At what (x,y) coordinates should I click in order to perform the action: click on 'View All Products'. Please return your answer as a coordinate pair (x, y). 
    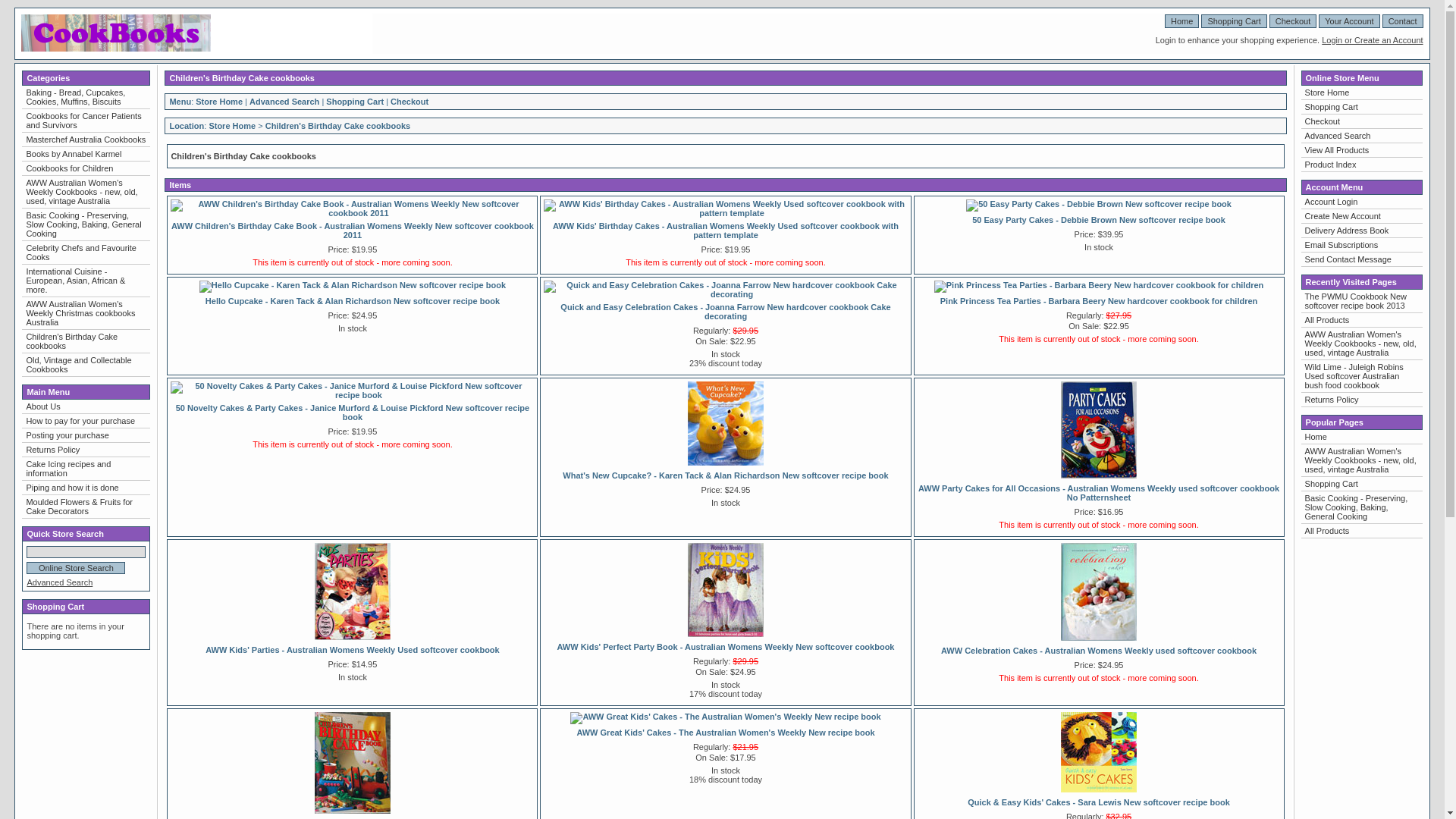
    Looking at the image, I should click on (1301, 149).